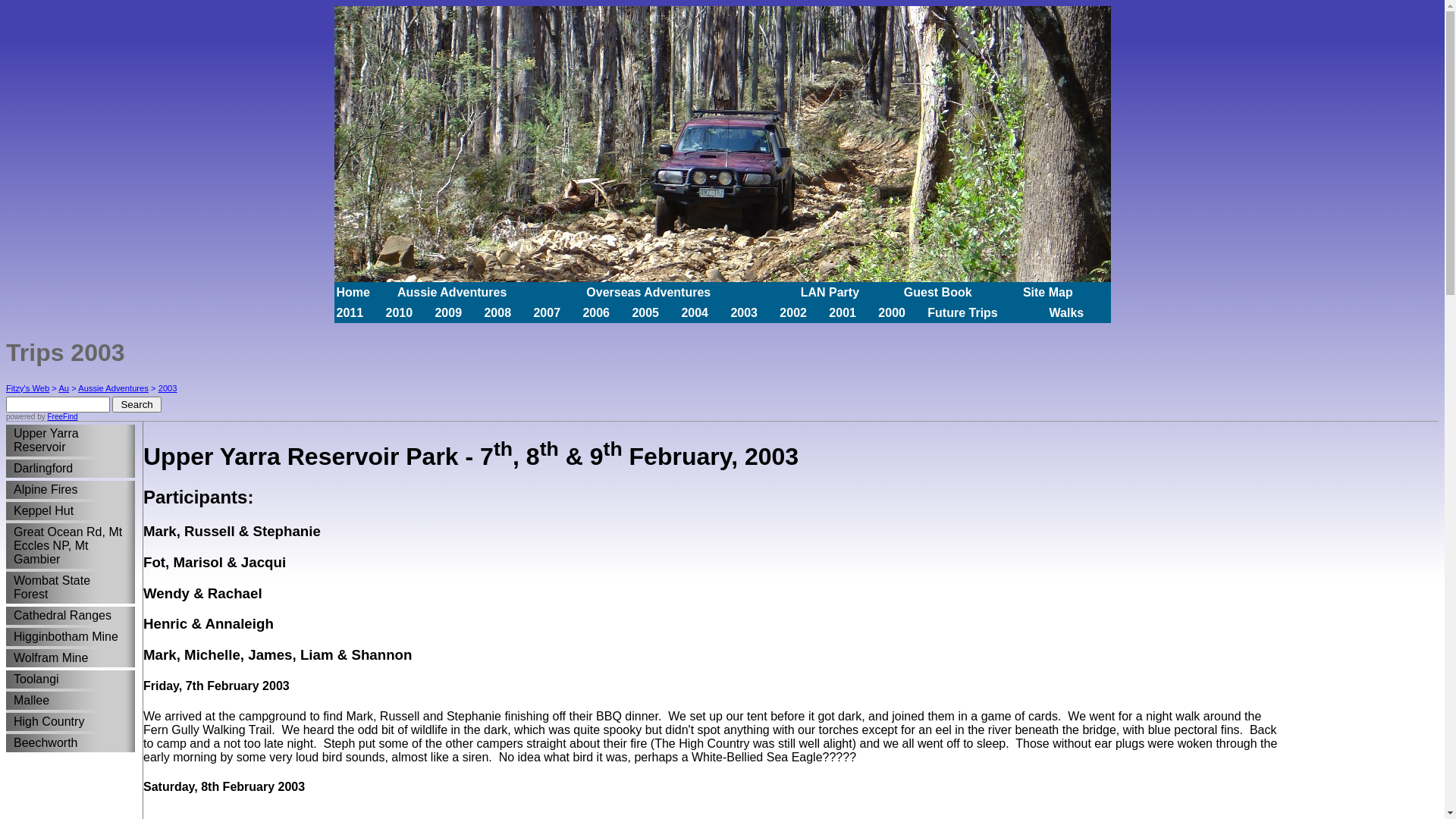 This screenshot has width=1456, height=819. Describe the element at coordinates (47, 416) in the screenshot. I see `'FreeFind'` at that location.